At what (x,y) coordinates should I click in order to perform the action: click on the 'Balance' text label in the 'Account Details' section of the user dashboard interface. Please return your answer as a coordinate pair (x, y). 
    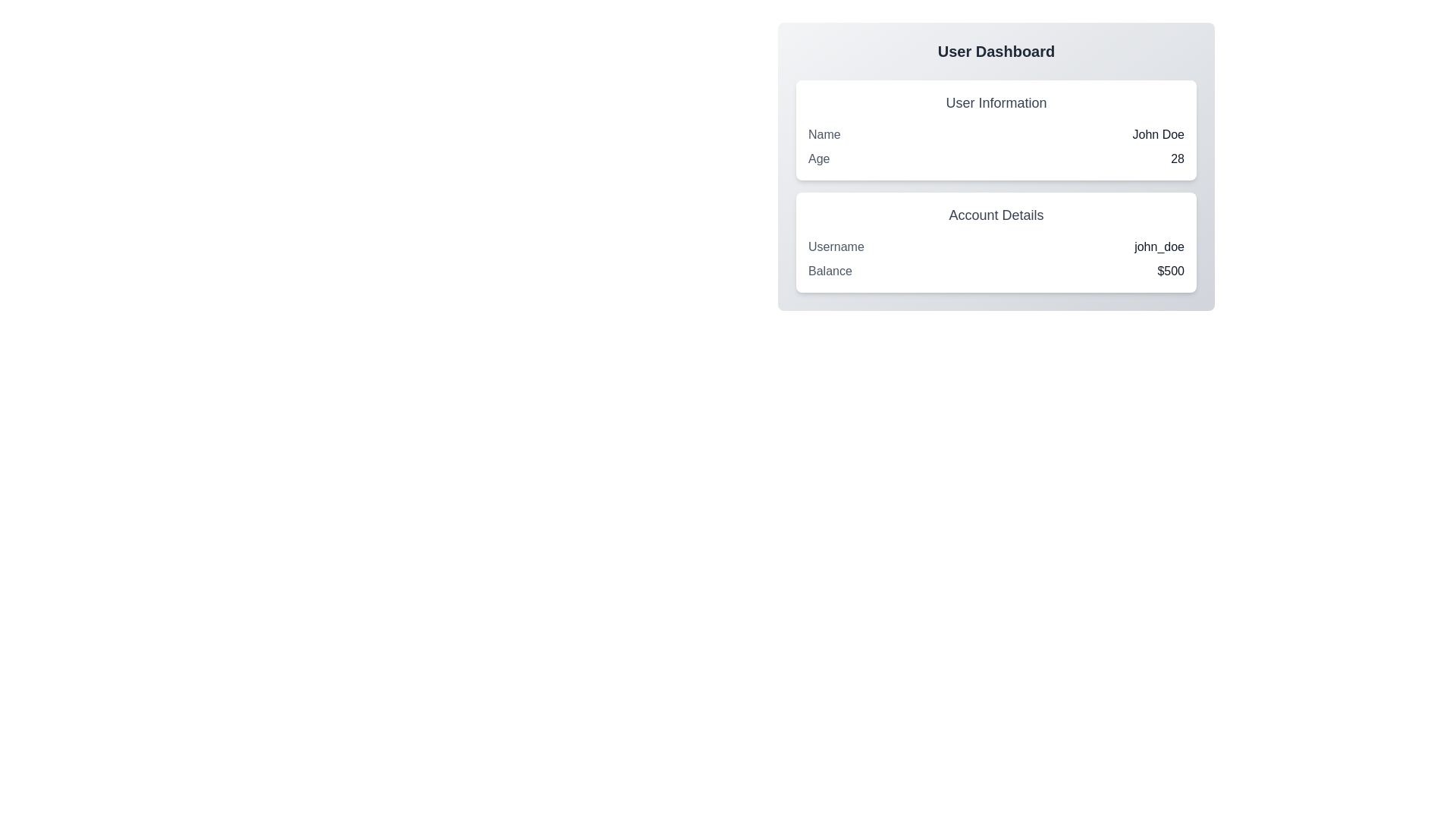
    Looking at the image, I should click on (829, 271).